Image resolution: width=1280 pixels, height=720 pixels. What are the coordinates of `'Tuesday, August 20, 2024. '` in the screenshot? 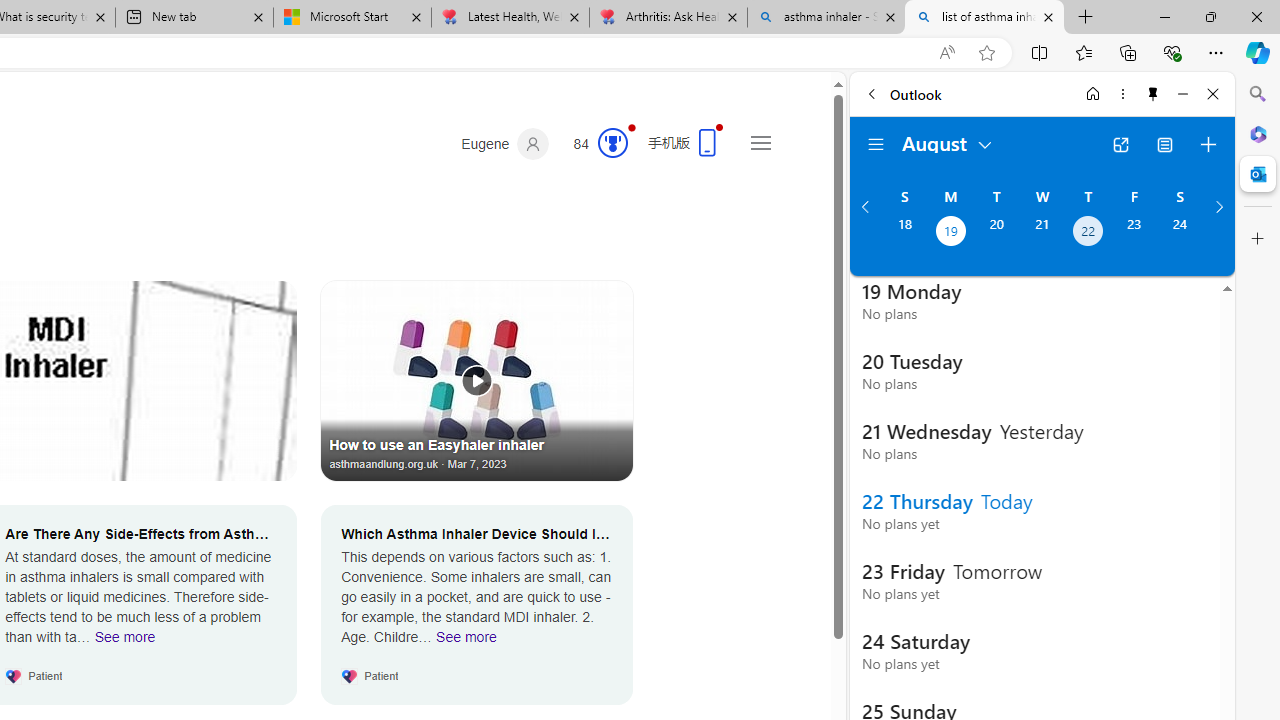 It's located at (996, 232).